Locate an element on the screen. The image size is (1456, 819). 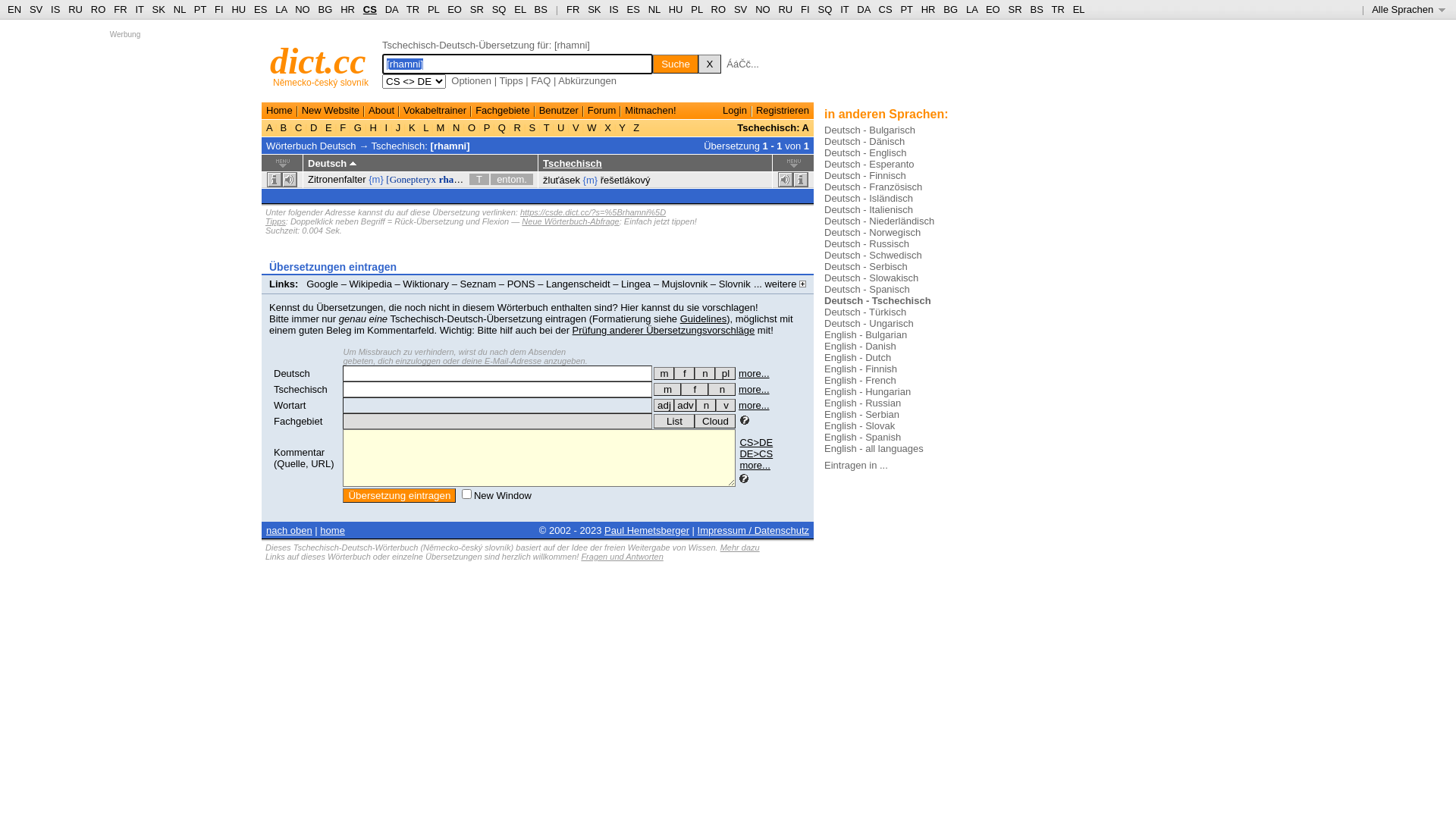
'L' is located at coordinates (425, 127).